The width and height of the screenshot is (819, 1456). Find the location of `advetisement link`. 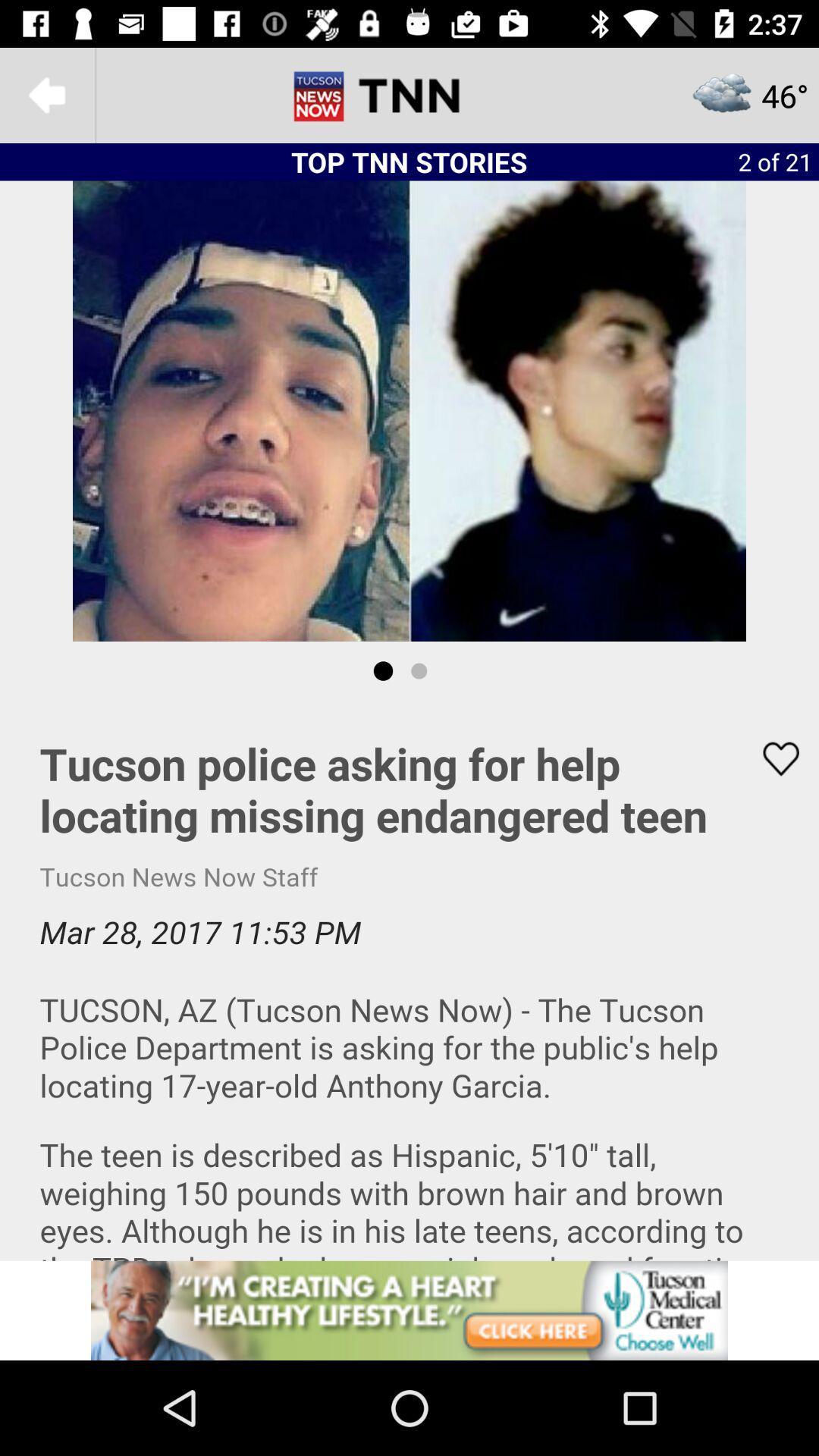

advetisement link is located at coordinates (409, 1310).